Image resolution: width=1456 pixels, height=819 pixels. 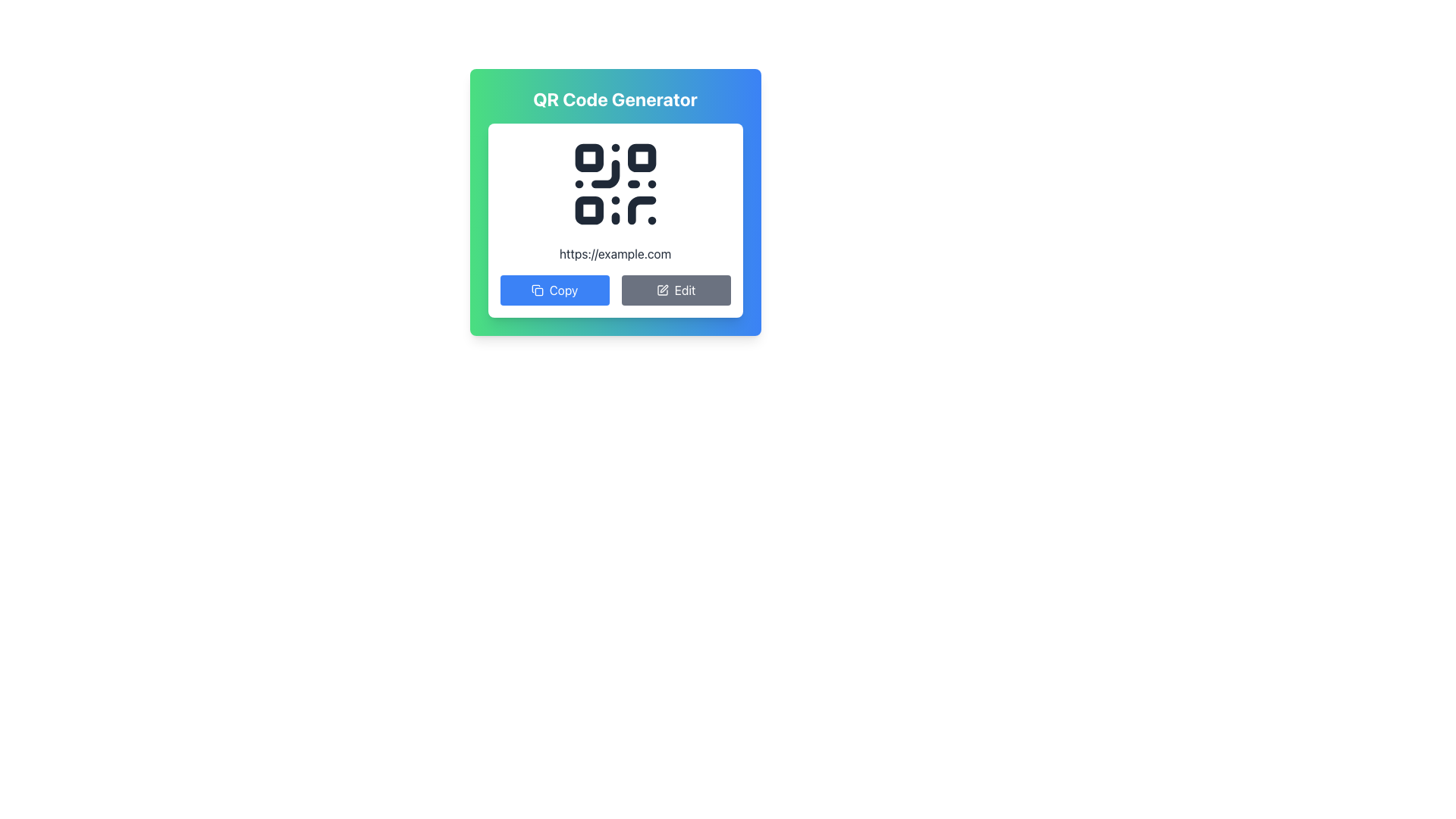 I want to click on the copy button located on the left side below the QR code, so click(x=554, y=290).